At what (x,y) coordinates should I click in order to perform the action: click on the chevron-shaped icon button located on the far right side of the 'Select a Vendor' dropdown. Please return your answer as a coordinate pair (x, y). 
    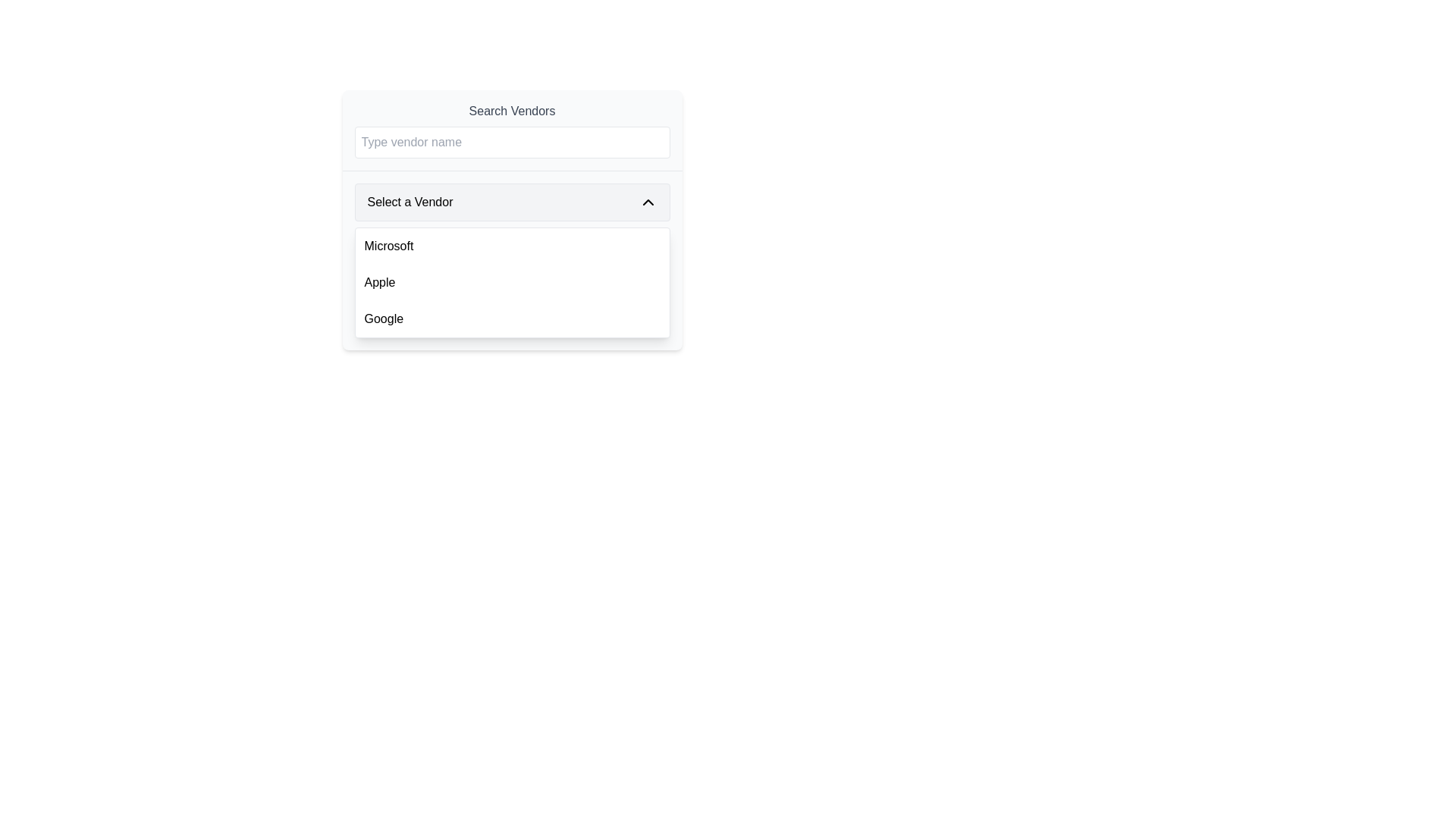
    Looking at the image, I should click on (648, 201).